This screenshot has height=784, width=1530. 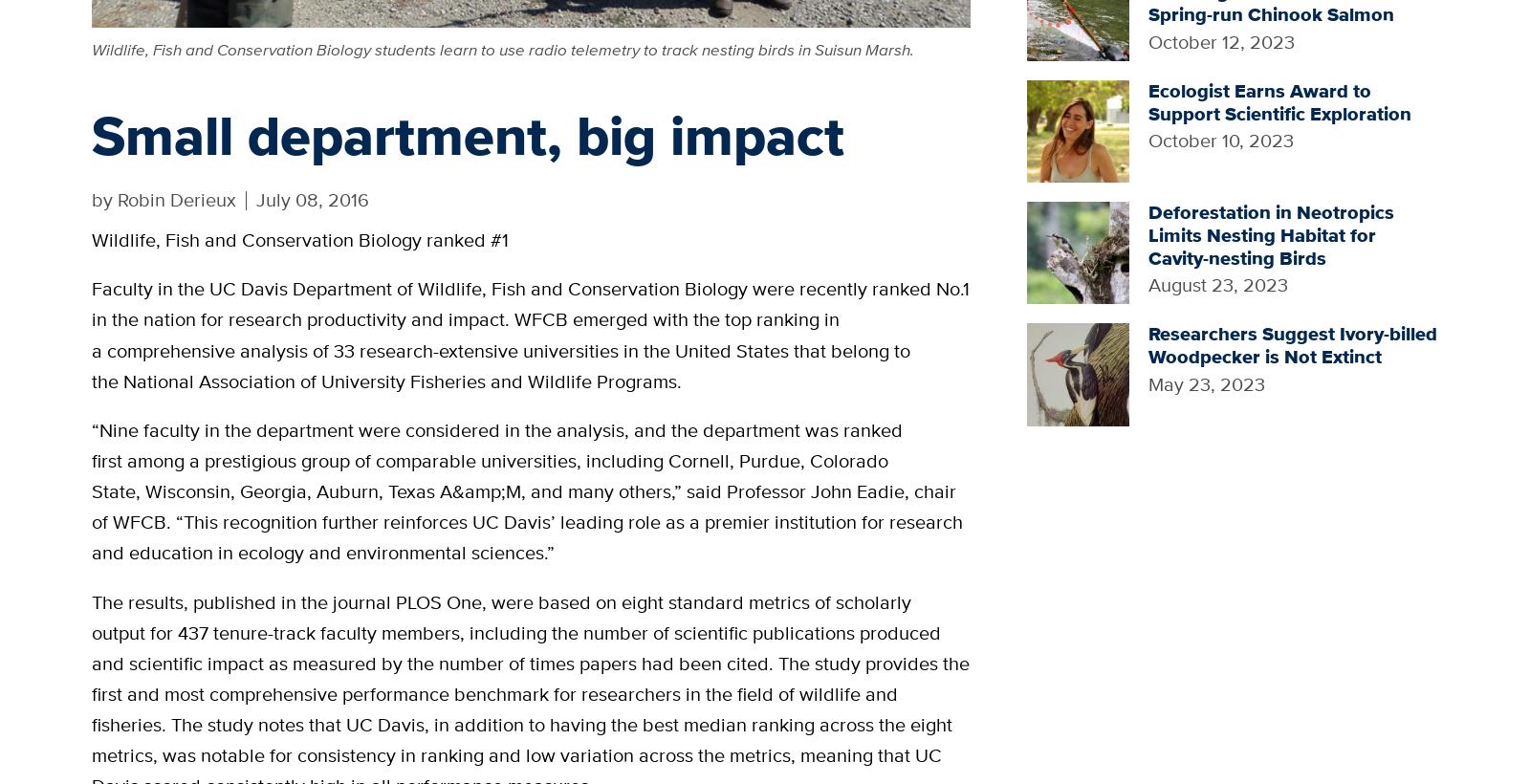 I want to click on 'Faculty in the UC Davis Department of Wildlife, Fish and Conservation Biology were recently ranked No.1 in the nation for research productivity and impact. WFCB emerged with the top ranking in a comprehensive analysis of 33 research-extensive universities in the United States that belong to the National Association of University Fisheries and Wildlife Programs.', so click(x=91, y=333).